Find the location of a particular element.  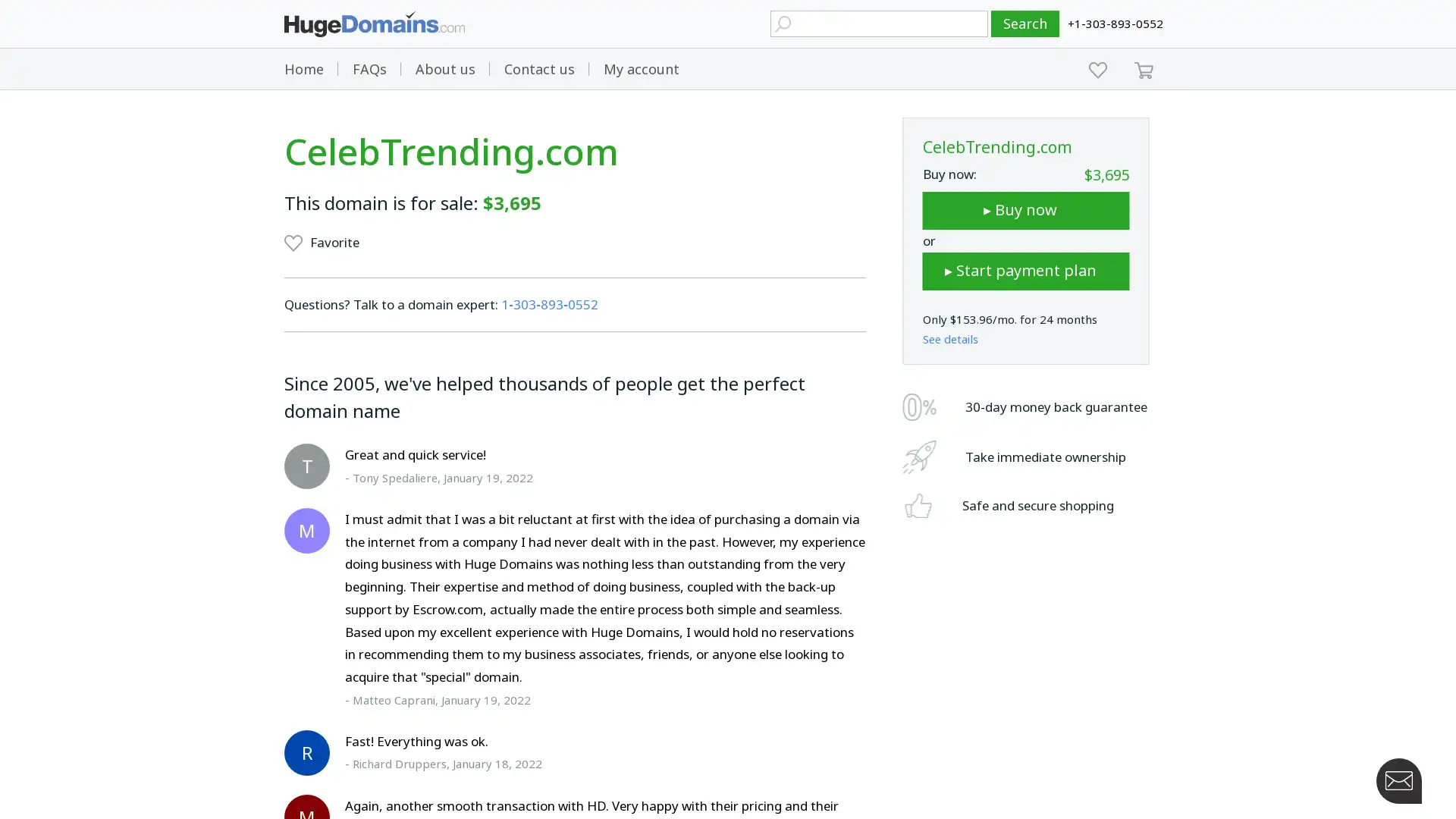

Search is located at coordinates (1025, 24).